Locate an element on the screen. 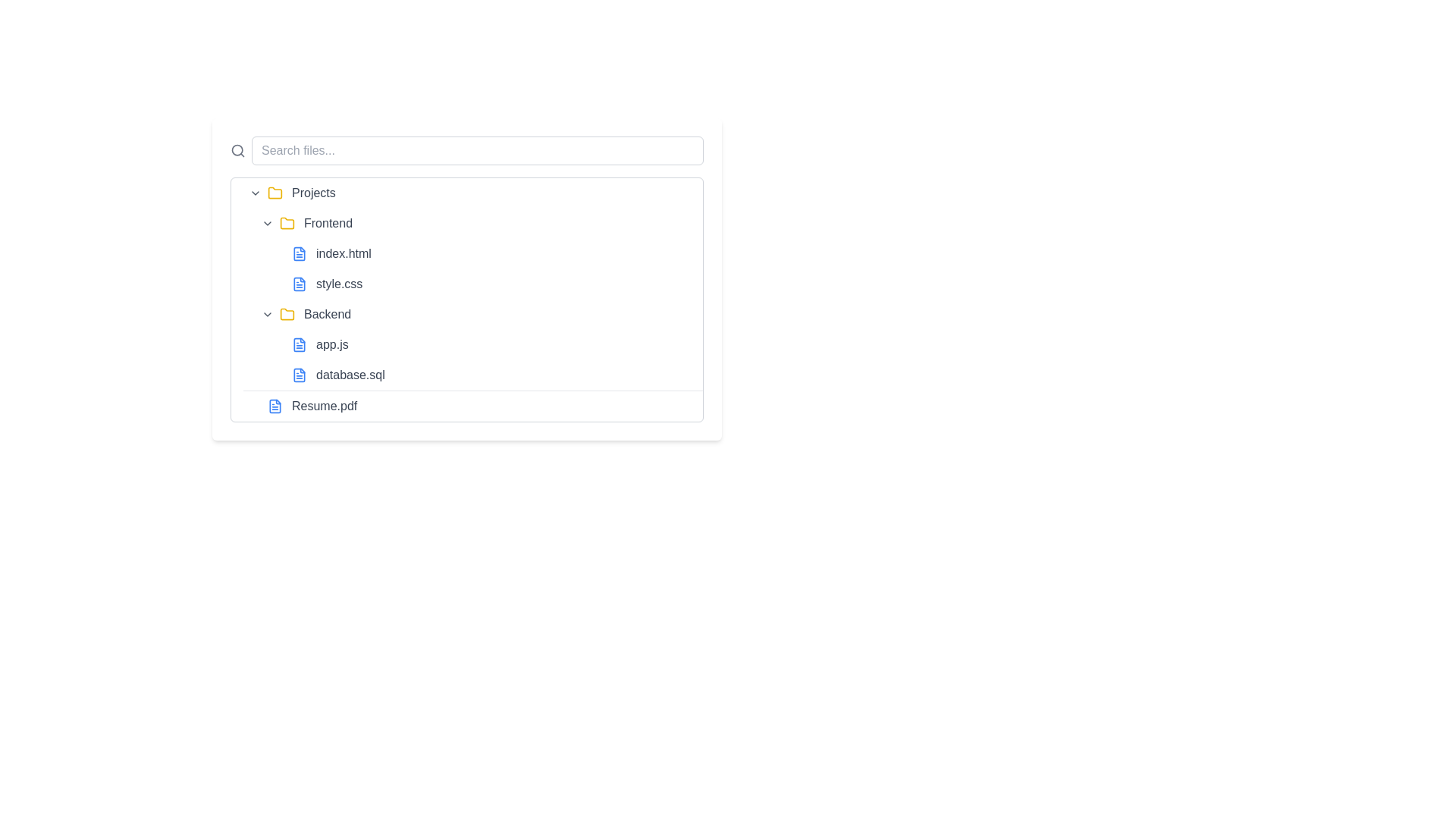  the 'Frontend' file directory listing in the Projects section is located at coordinates (479, 253).